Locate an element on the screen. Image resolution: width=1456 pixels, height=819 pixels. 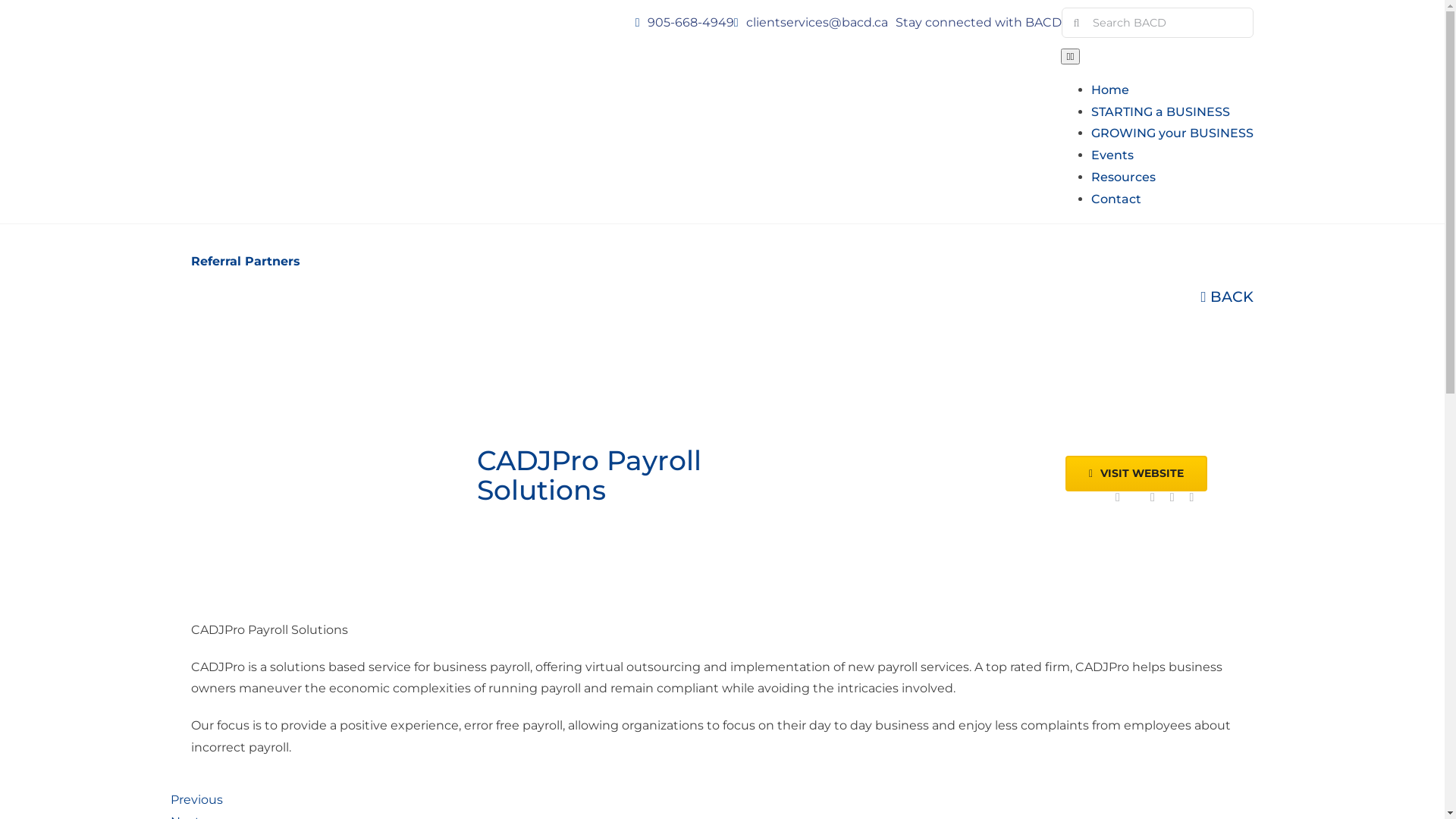
'GROWING your BUSINESS' is located at coordinates (1090, 132).